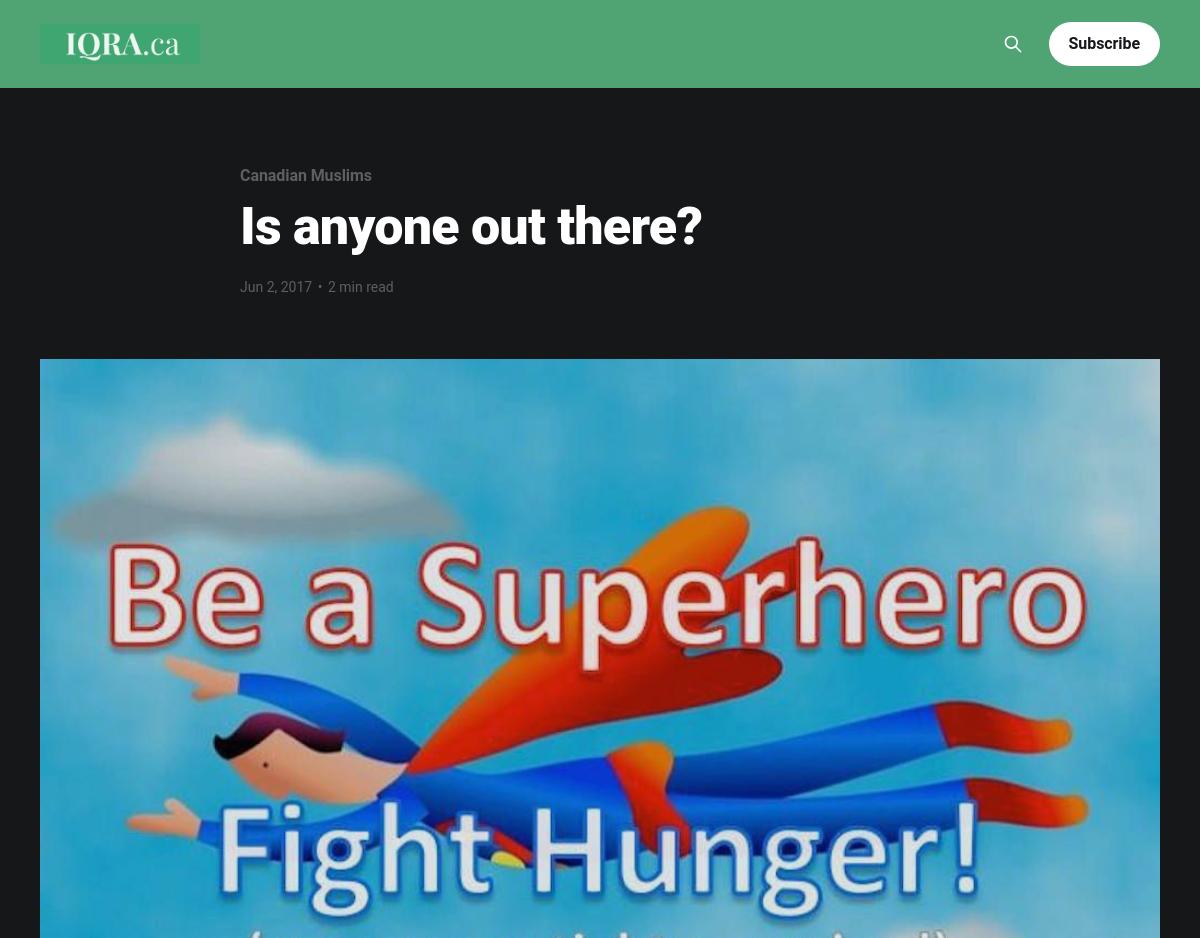  Describe the element at coordinates (305, 174) in the screenshot. I see `'Canadian Muslims'` at that location.